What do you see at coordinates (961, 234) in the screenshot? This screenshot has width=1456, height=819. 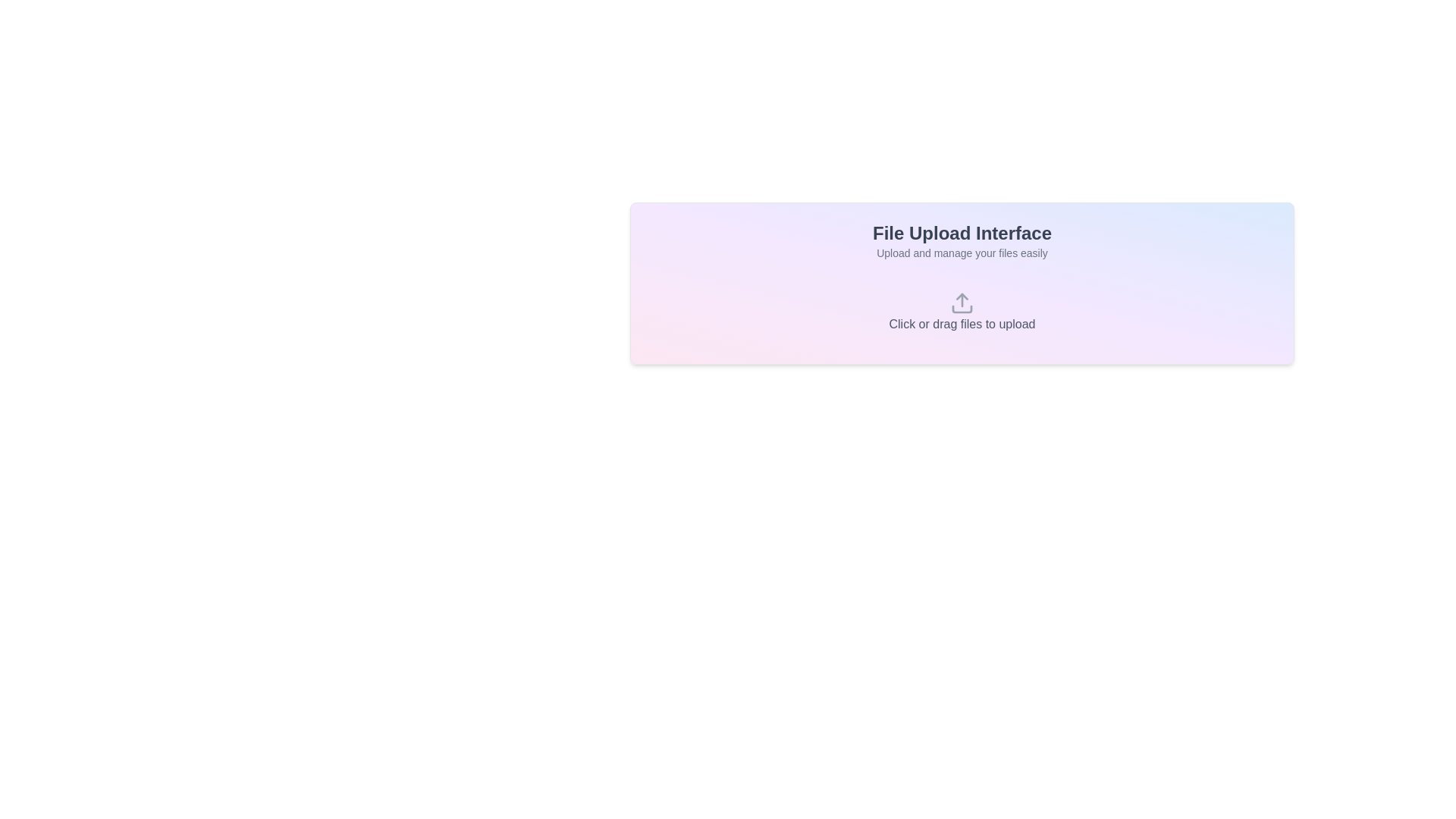 I see `title text label that serves as the heading for the interface, which is centered within the application area above the text component that says 'Upload and manage your files easily.'` at bounding box center [961, 234].